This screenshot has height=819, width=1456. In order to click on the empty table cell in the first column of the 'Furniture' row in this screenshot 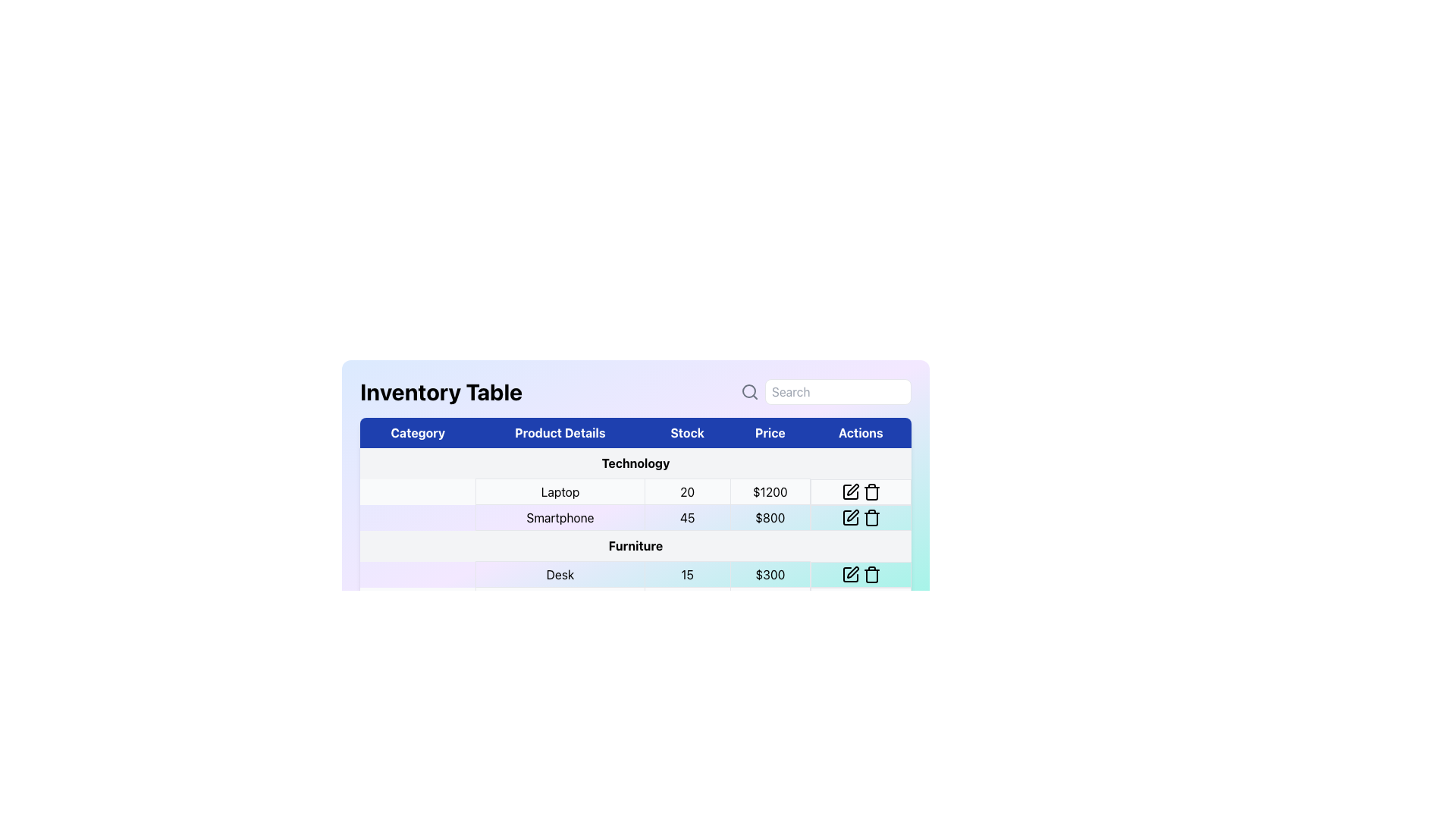, I will do `click(418, 574)`.